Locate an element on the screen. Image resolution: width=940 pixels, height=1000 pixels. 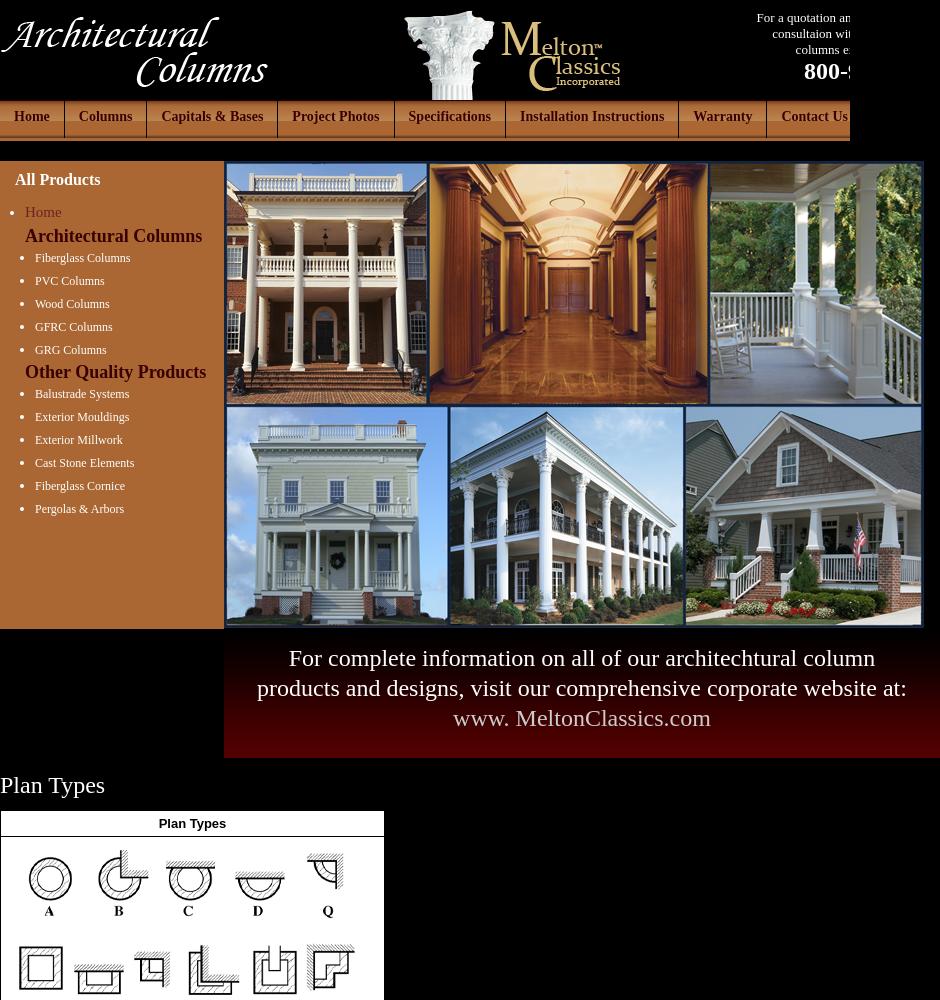
'For a quotation and complimentary consultaion with an experienced columns expert, please call:' is located at coordinates (755, 33).